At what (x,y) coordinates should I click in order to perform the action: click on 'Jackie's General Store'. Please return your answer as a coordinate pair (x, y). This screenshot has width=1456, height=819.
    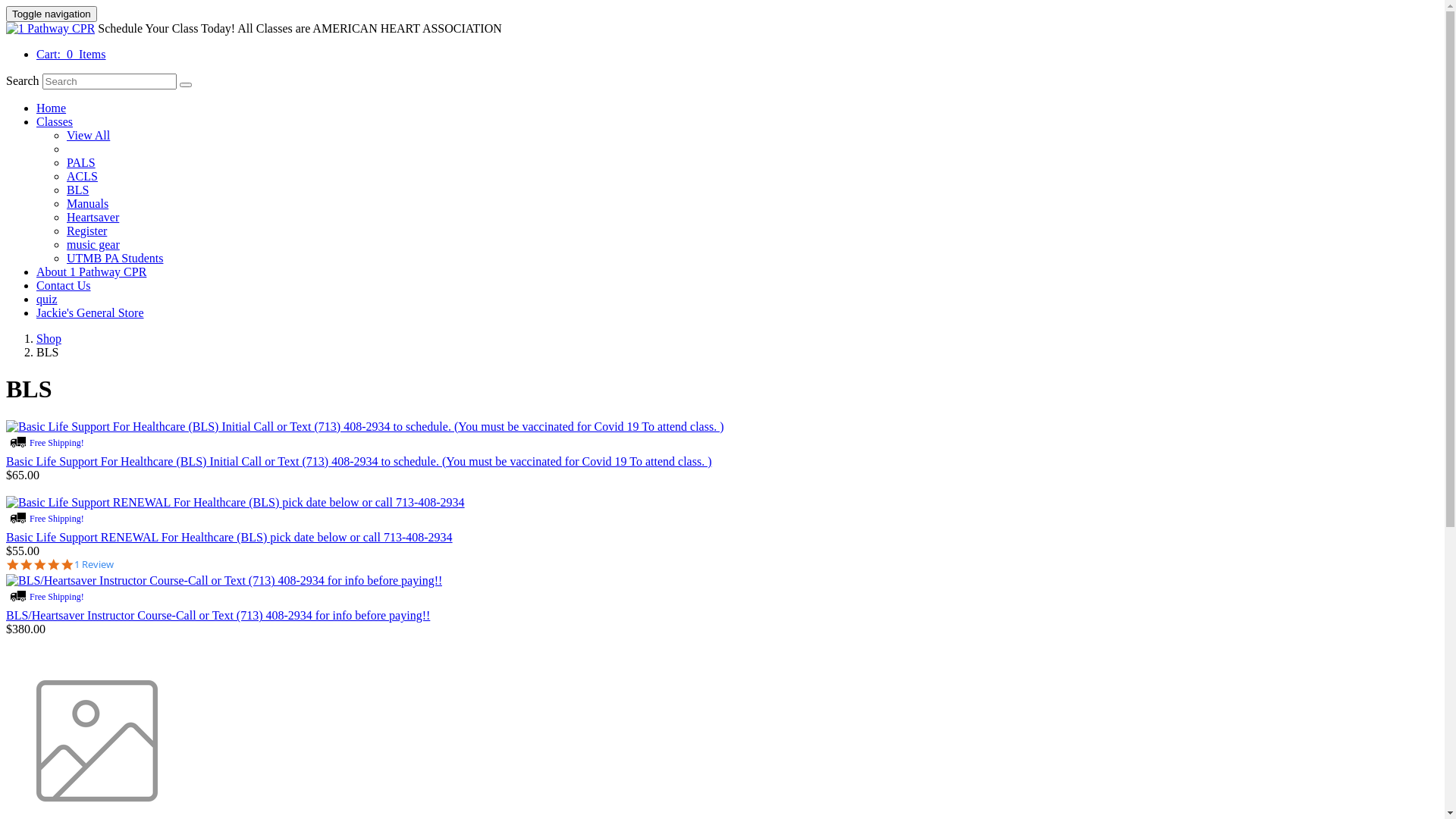
    Looking at the image, I should click on (36, 312).